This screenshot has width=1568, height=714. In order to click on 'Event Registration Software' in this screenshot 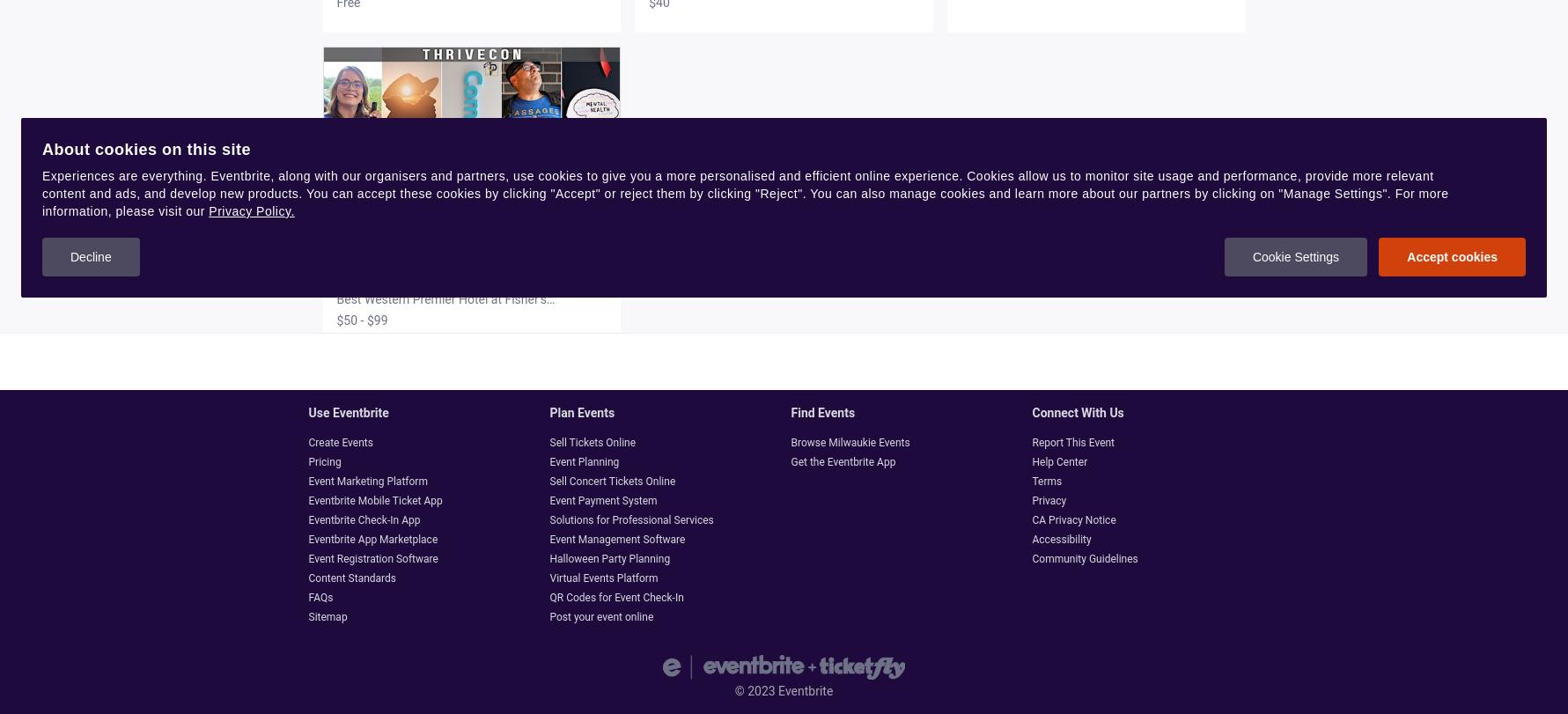, I will do `click(372, 558)`.